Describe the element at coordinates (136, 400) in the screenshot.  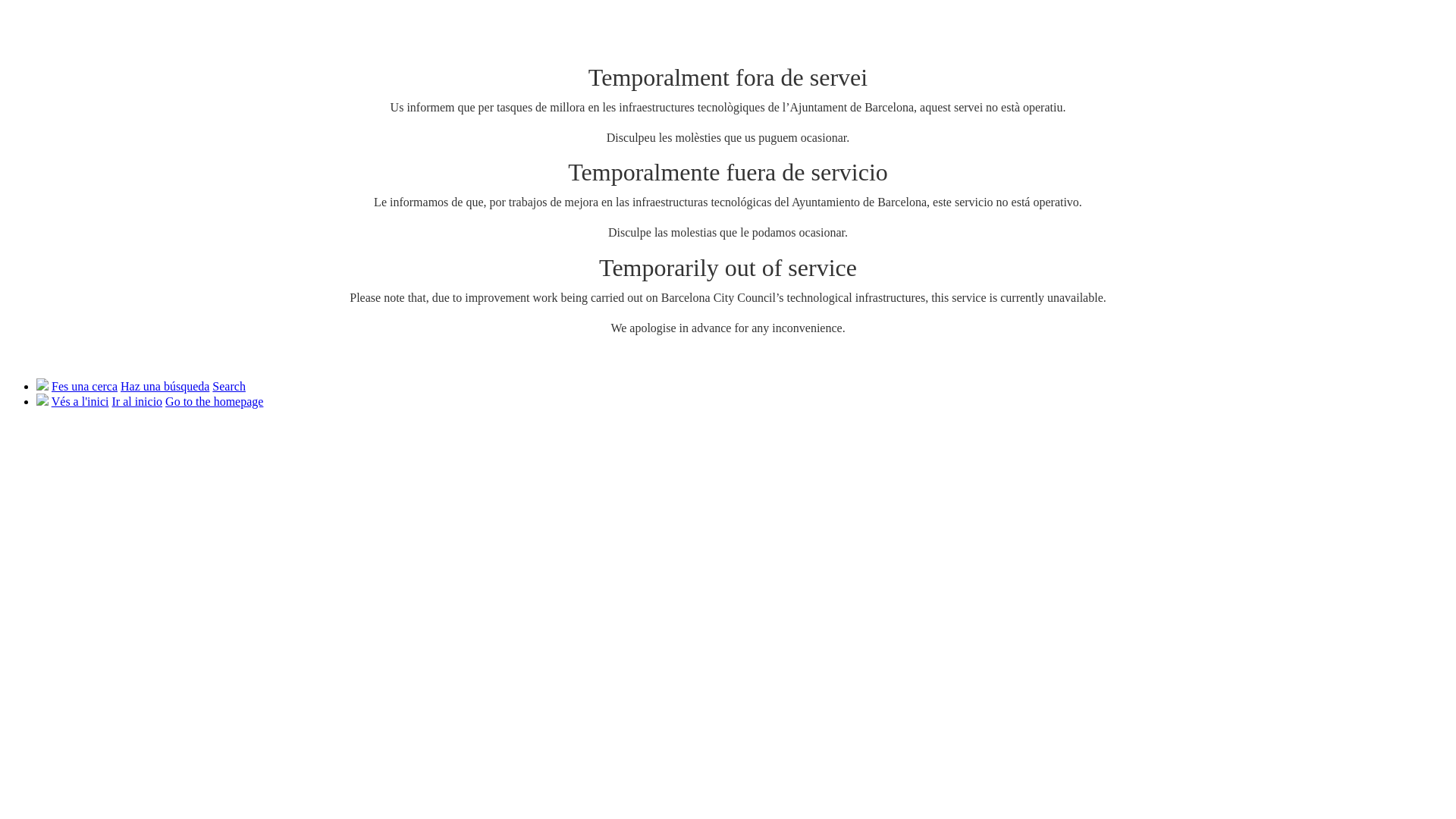
I see `'Ir al inicio'` at that location.